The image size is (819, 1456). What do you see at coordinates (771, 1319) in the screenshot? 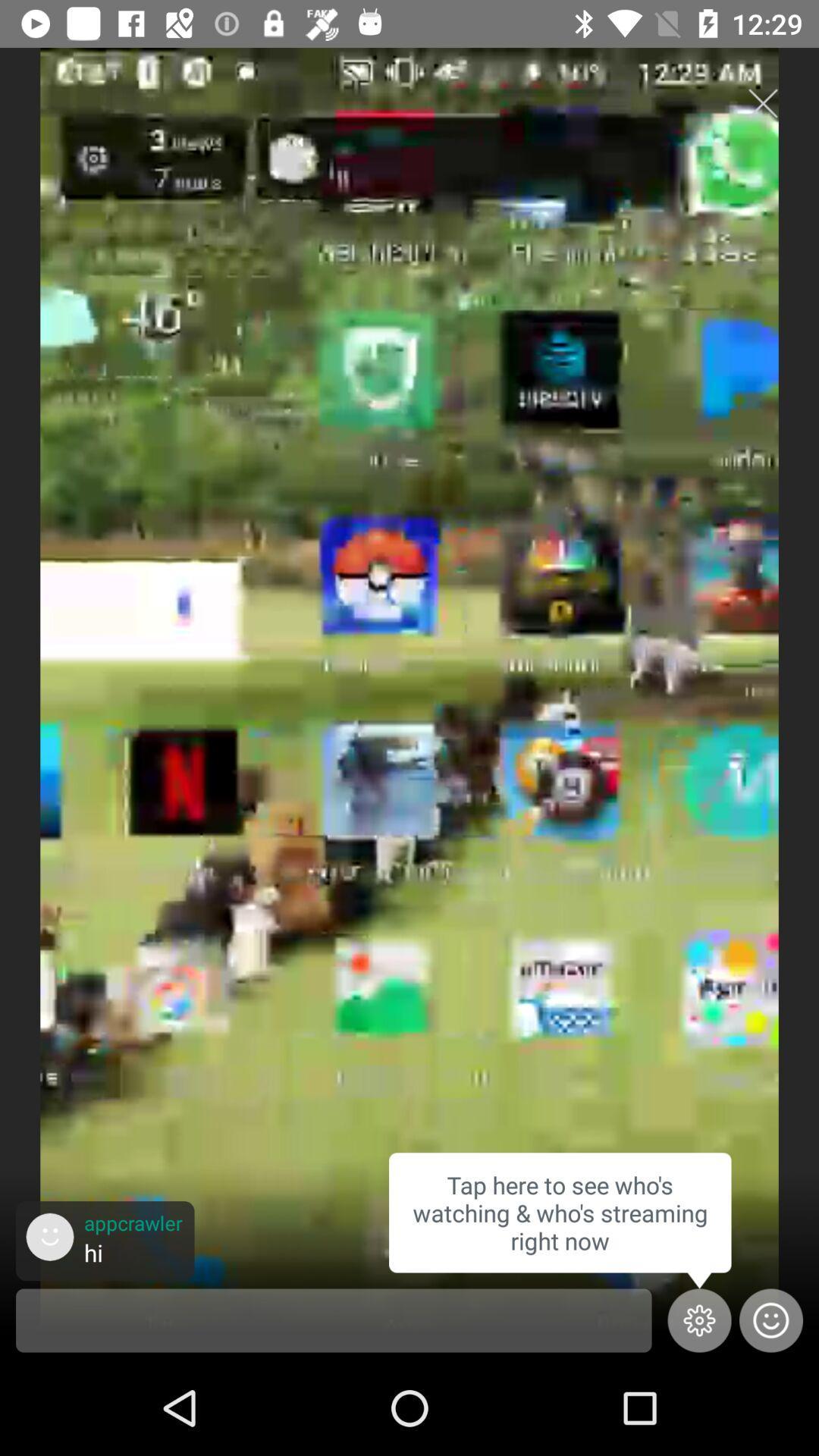
I see `the emoji icon` at bounding box center [771, 1319].